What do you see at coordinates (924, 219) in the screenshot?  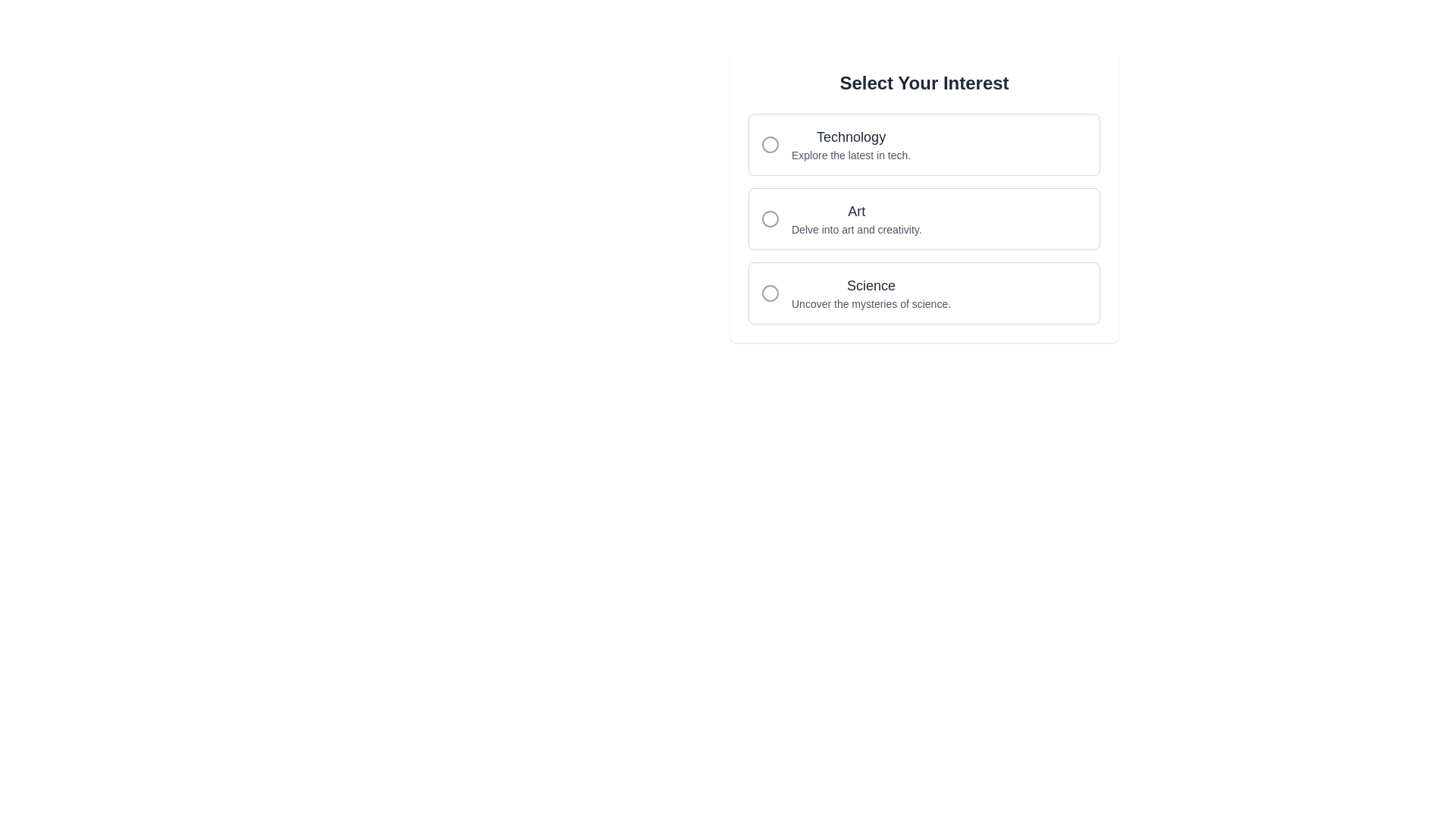 I see `the Radio Option Group element labeled 'Select Your Interest' that contains the options 'Technology', 'Art', and 'Science'` at bounding box center [924, 219].